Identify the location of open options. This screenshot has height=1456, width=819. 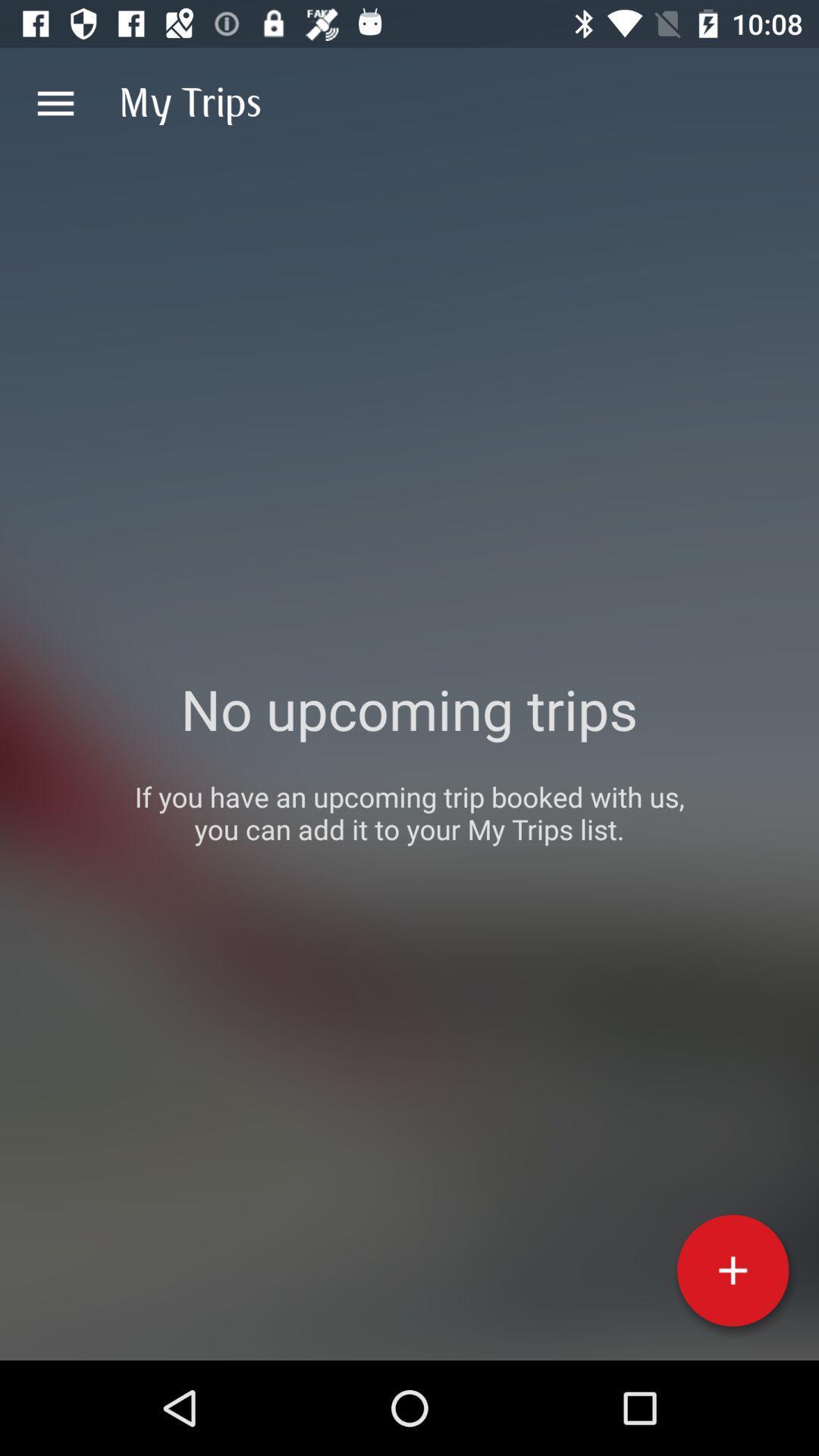
(55, 102).